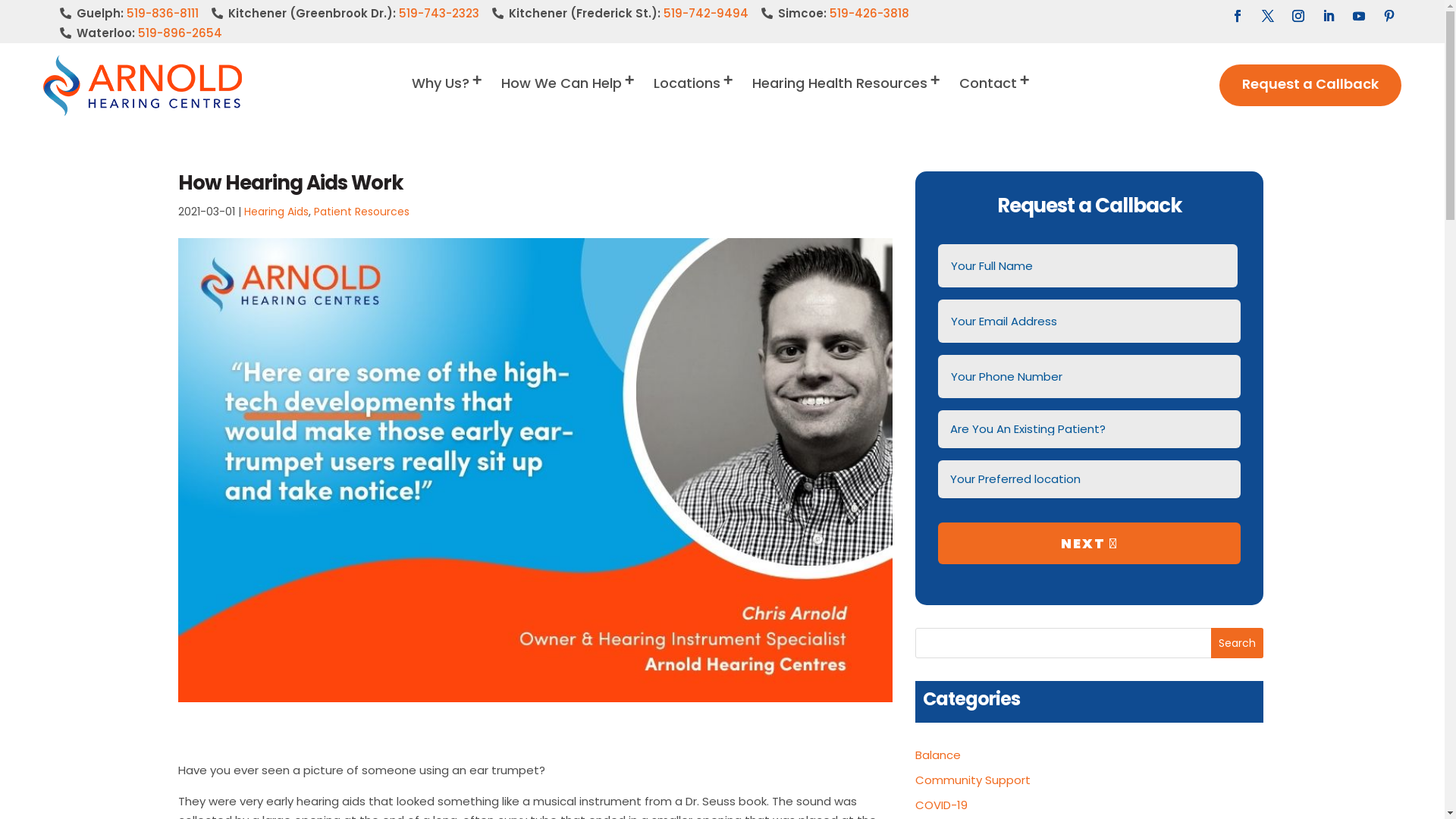 The image size is (1456, 819). What do you see at coordinates (694, 96) in the screenshot?
I see `'Locations'` at bounding box center [694, 96].